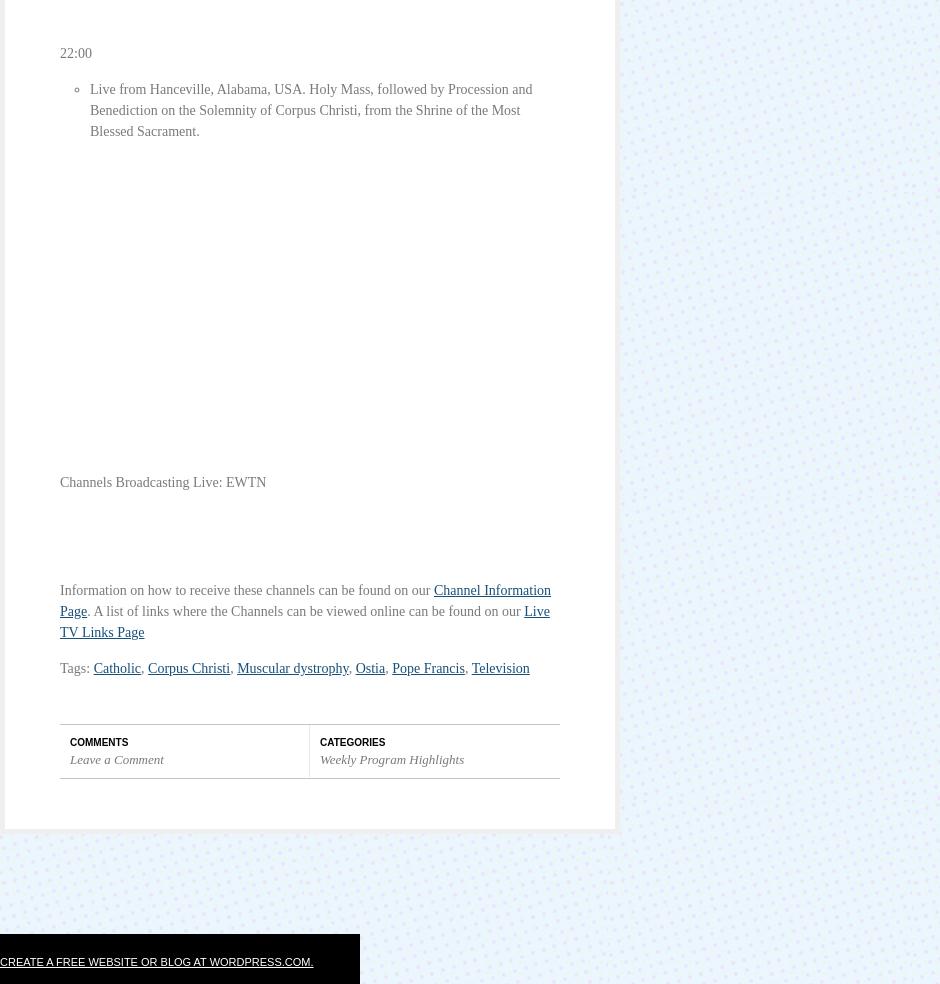  What do you see at coordinates (291, 668) in the screenshot?
I see `'Muscular dystrophy'` at bounding box center [291, 668].